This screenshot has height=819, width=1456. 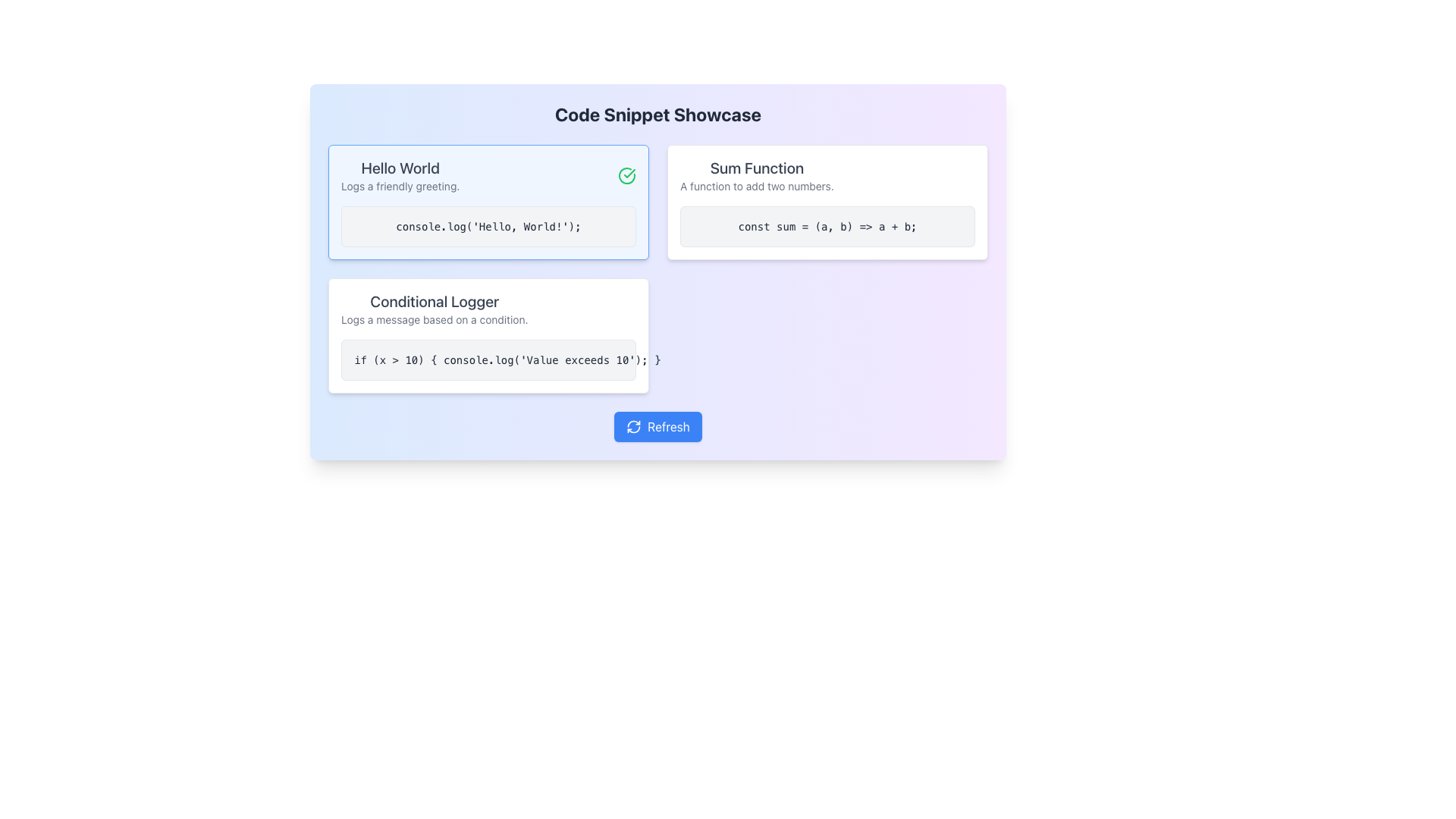 I want to click on the checkmark icon in the top-right corner of the 'Hello World' section, which indicates validation or success status, so click(x=629, y=172).